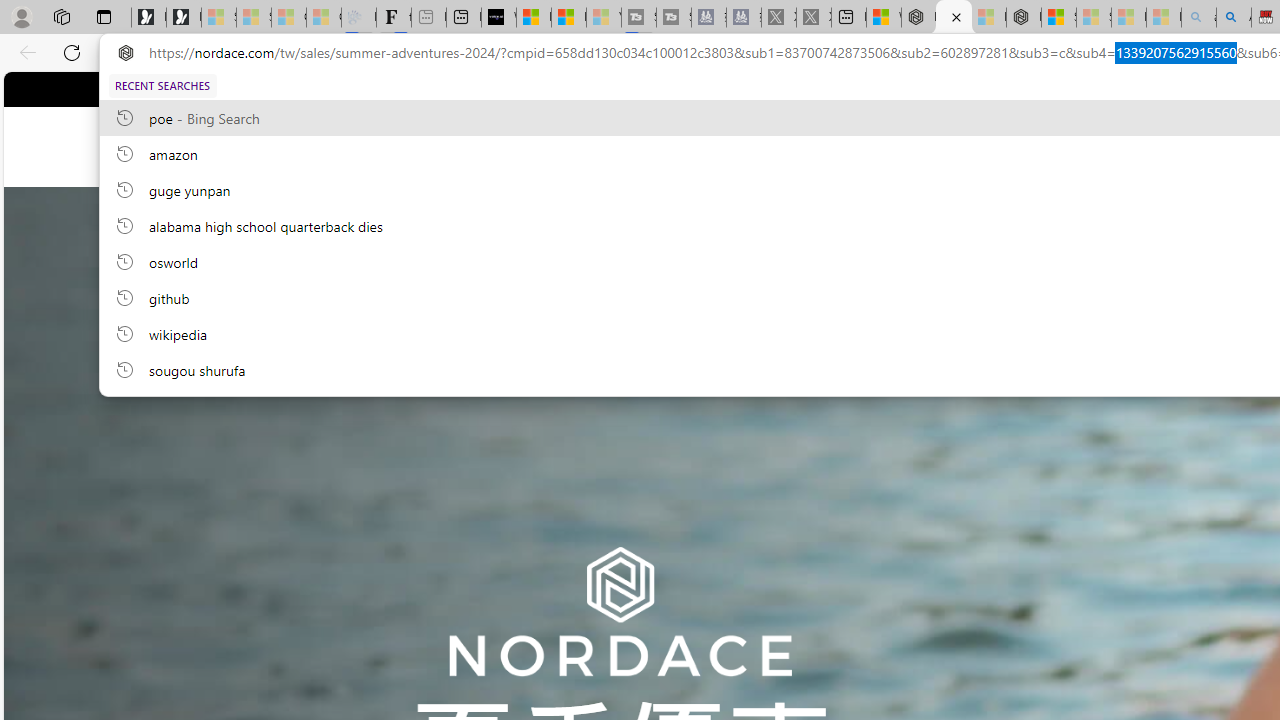 The width and height of the screenshot is (1280, 720). I want to click on 'Microsoft Start Sports', so click(534, 17).